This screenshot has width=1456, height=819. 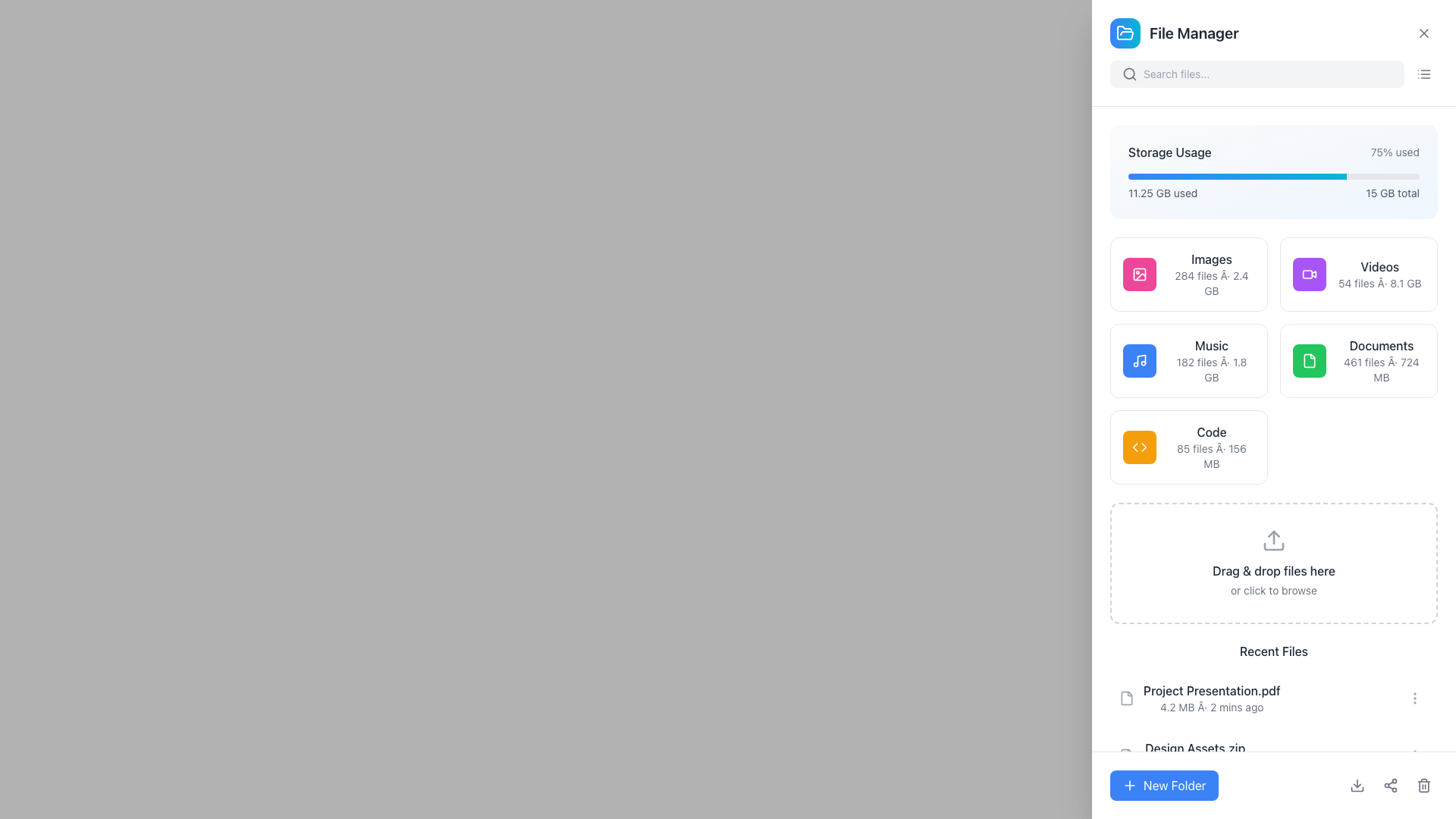 I want to click on metadata text element displaying '156 MB · 1 hour ago' located below the file name 'Design Assets.zip' in the Recent Files list, so click(x=1194, y=765).